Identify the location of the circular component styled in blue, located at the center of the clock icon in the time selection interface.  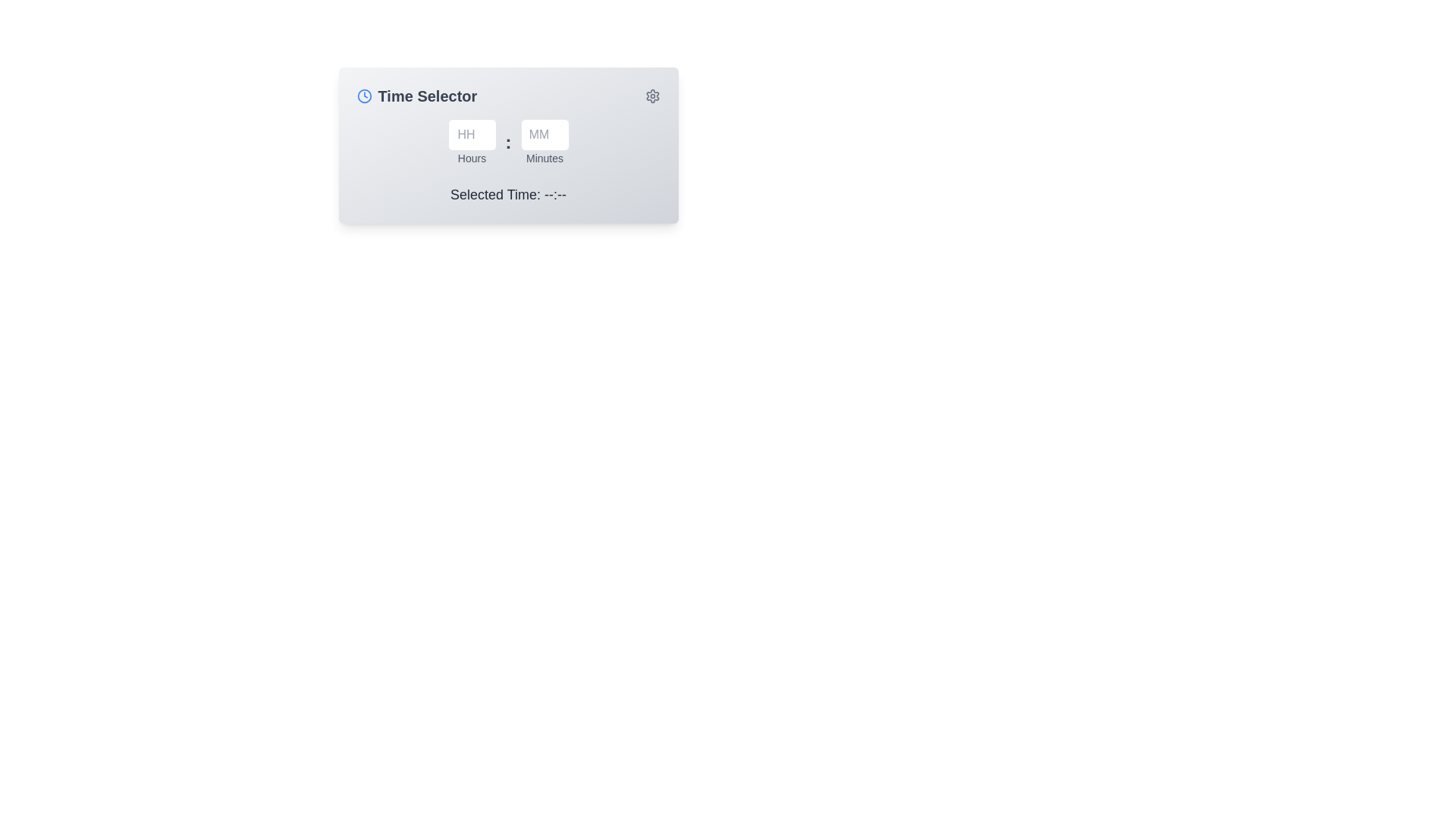
(364, 96).